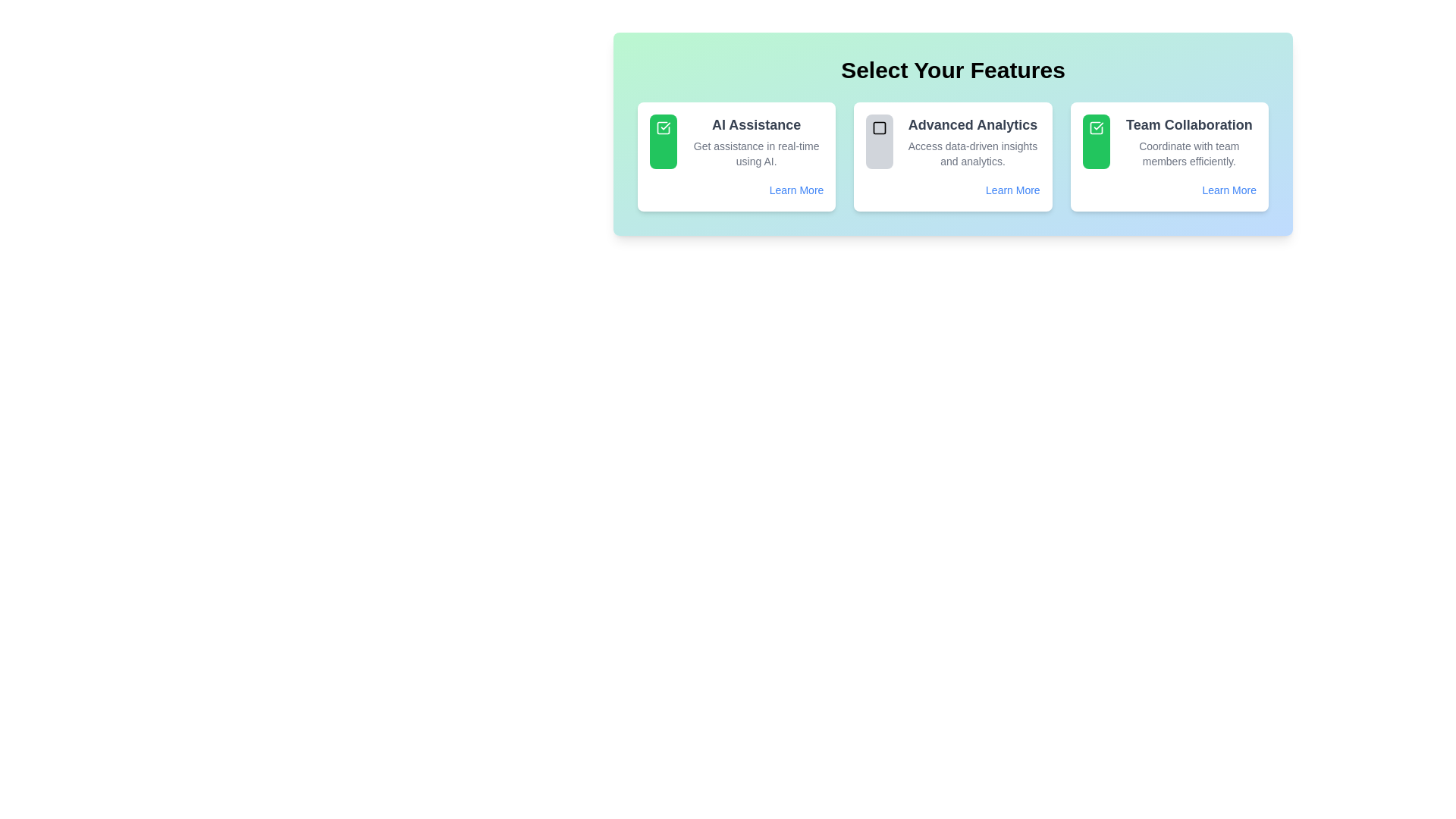 The height and width of the screenshot is (819, 1456). I want to click on static text snippet that says 'Coordinate with team members efficiently.' located under the title 'Team Collaboration' in the card-like section of the web interface, so click(1188, 154).